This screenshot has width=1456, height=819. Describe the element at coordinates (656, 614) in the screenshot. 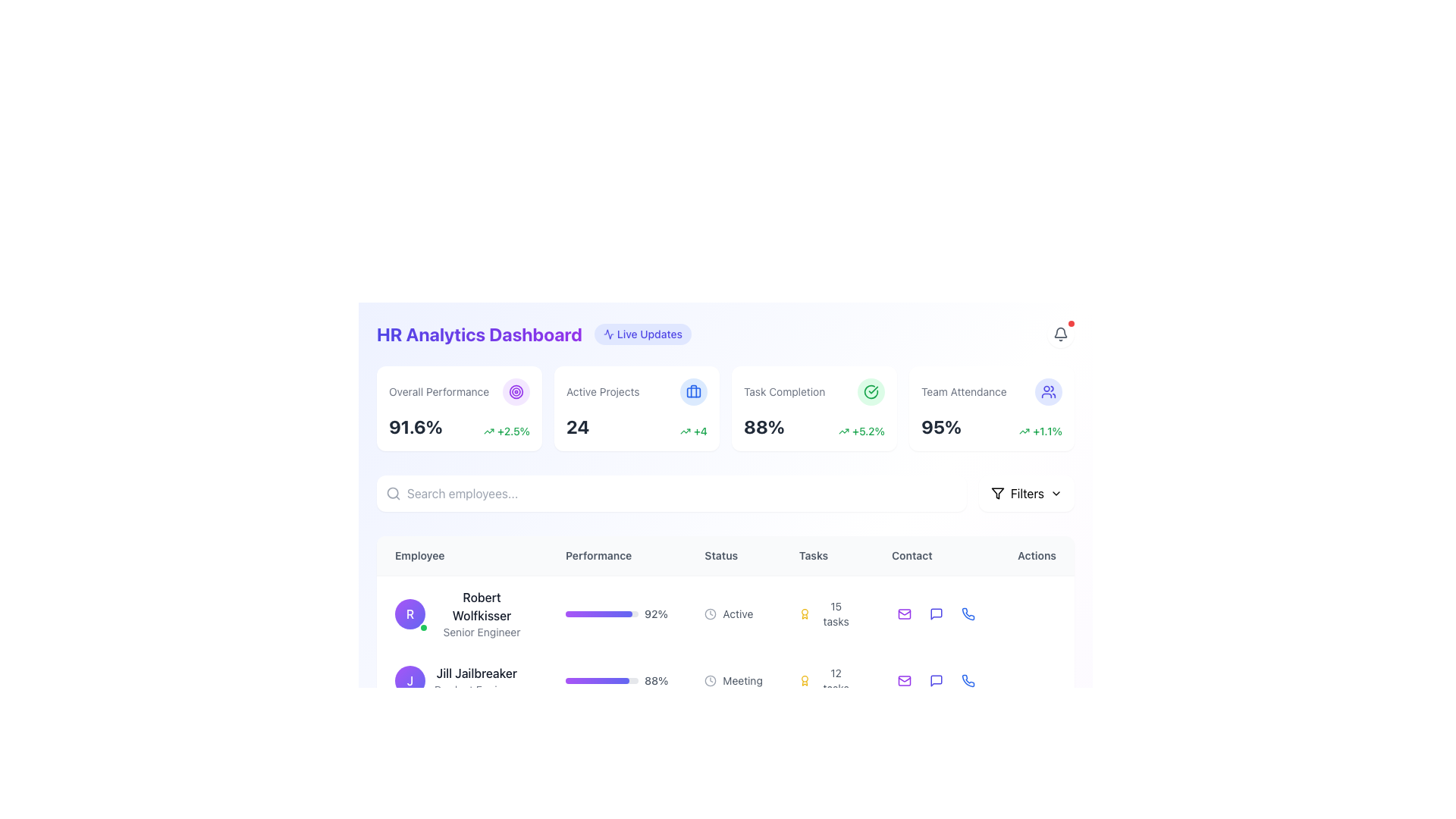

I see `the text component displaying '92%' which is styled in gray and positioned to the right of a gradient completion bar` at that location.